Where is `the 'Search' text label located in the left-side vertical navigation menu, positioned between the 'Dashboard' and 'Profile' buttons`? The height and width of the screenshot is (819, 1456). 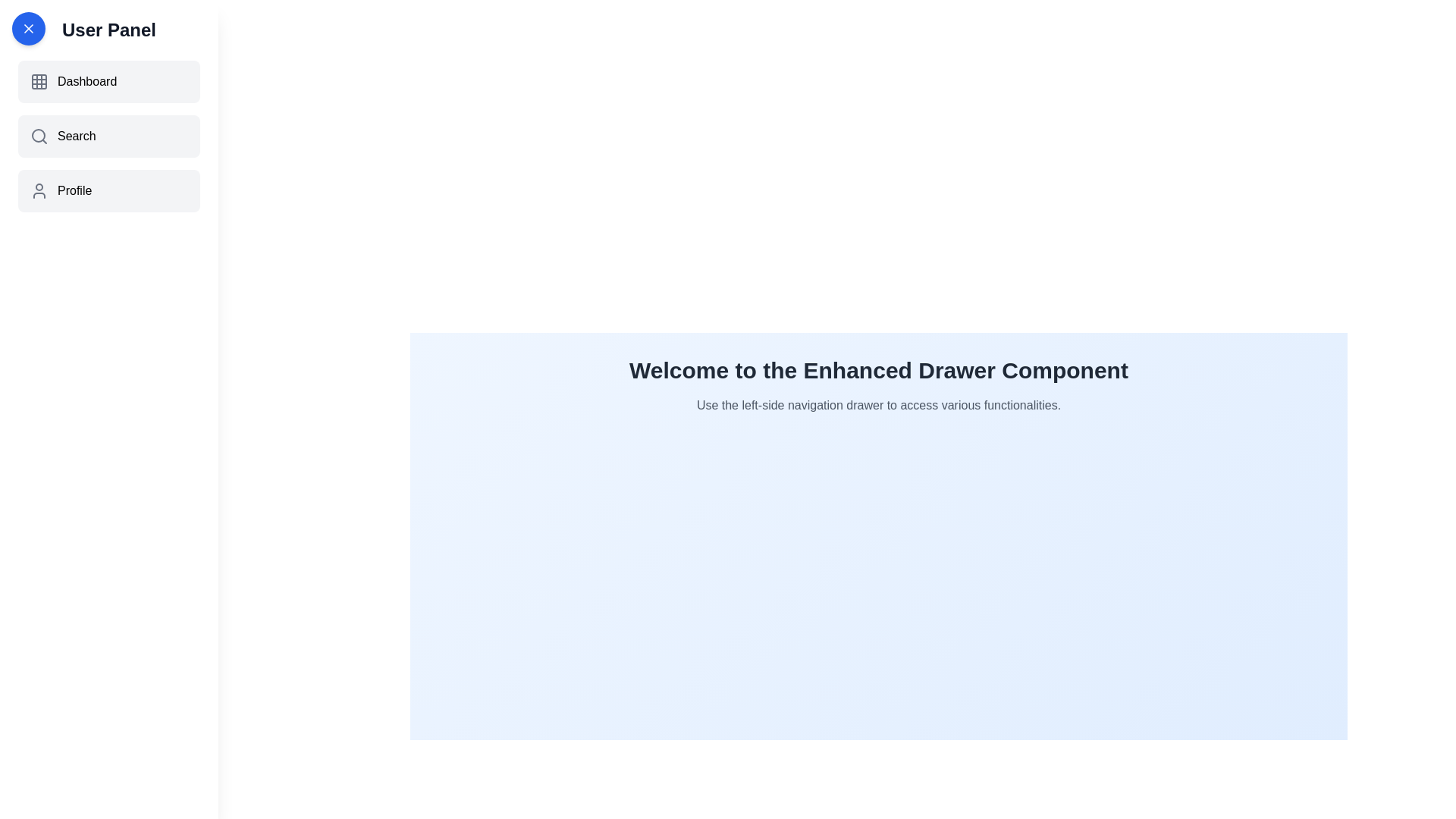
the 'Search' text label located in the left-side vertical navigation menu, positioned between the 'Dashboard' and 'Profile' buttons is located at coordinates (76, 136).